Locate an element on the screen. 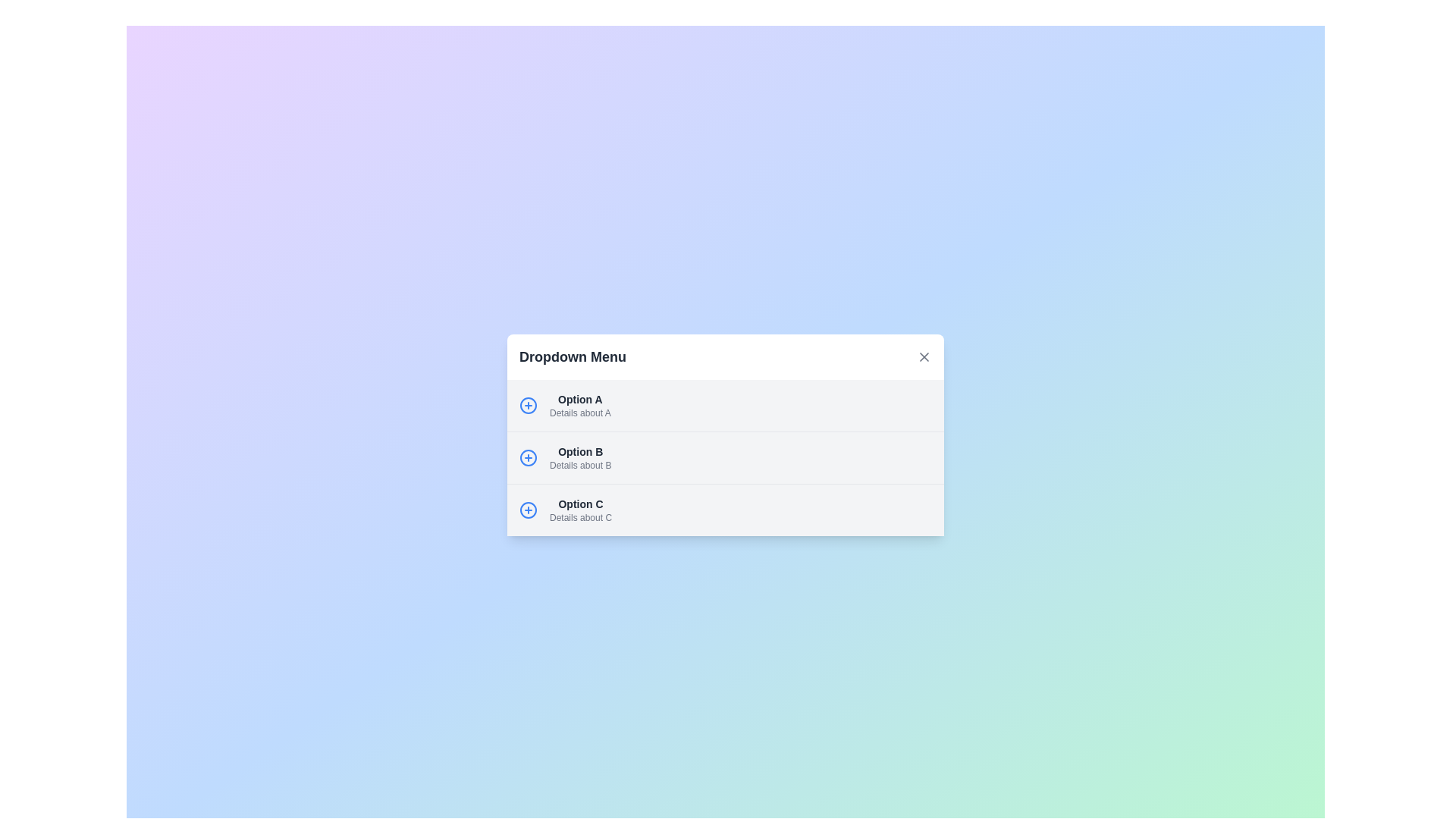 This screenshot has height=819, width=1456. the descriptive text reading 'Details about B', which is styled in a small light gray font and located directly below the 'Option B' label in the dropdown menu is located at coordinates (579, 464).